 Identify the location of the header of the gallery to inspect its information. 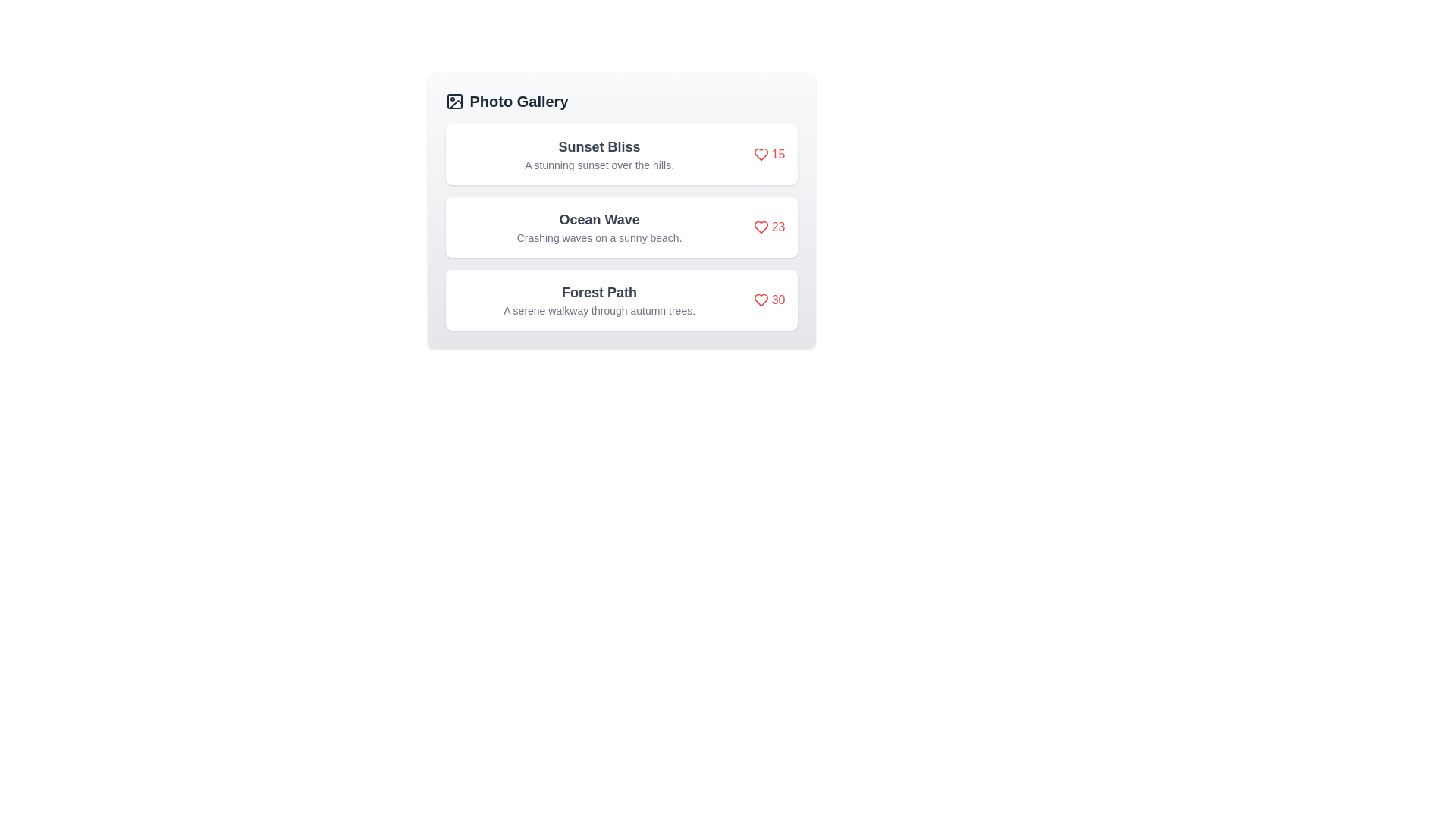
(621, 102).